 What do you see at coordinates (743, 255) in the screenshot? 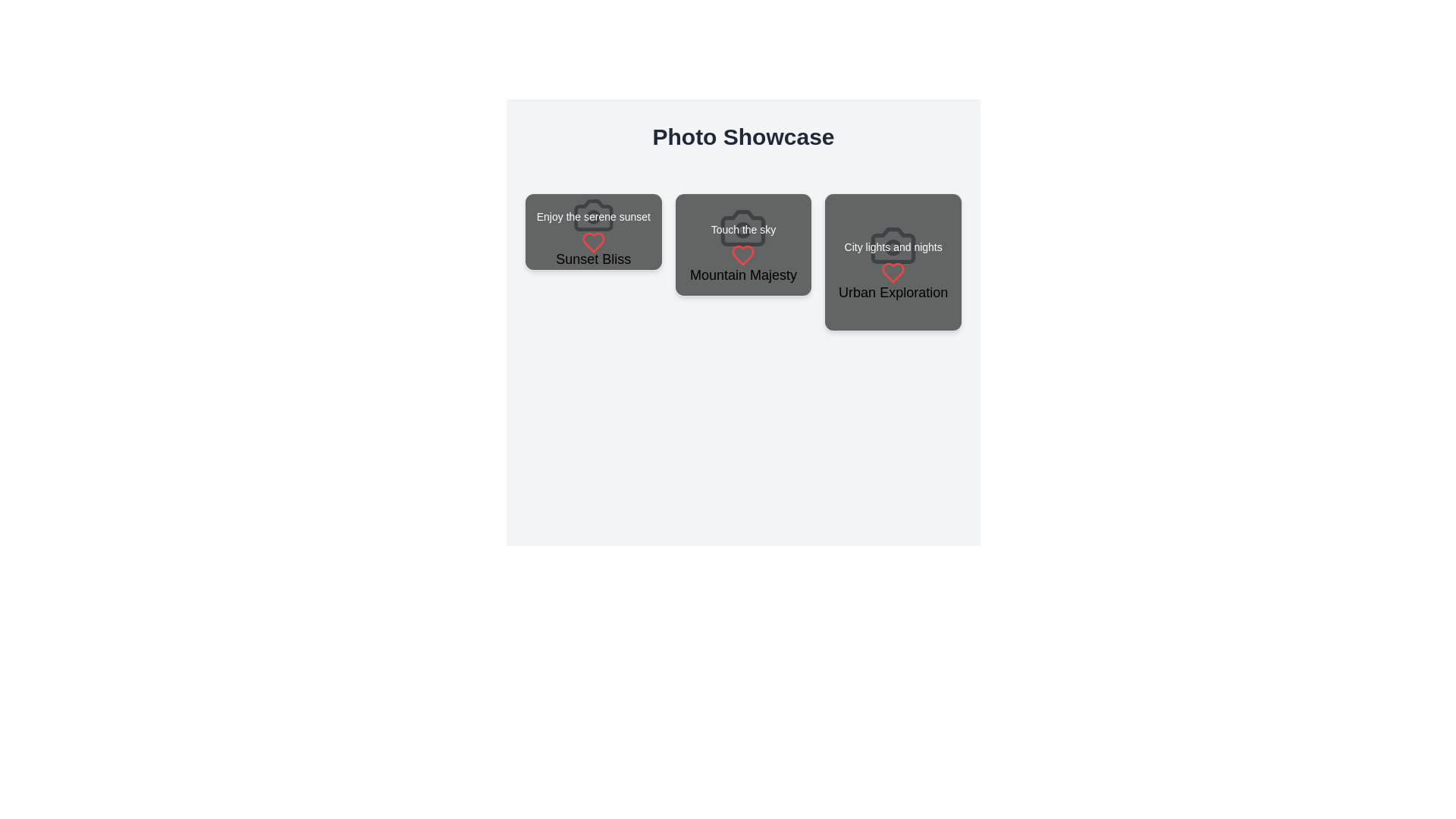
I see `the heart-shaped icon button located` at bounding box center [743, 255].